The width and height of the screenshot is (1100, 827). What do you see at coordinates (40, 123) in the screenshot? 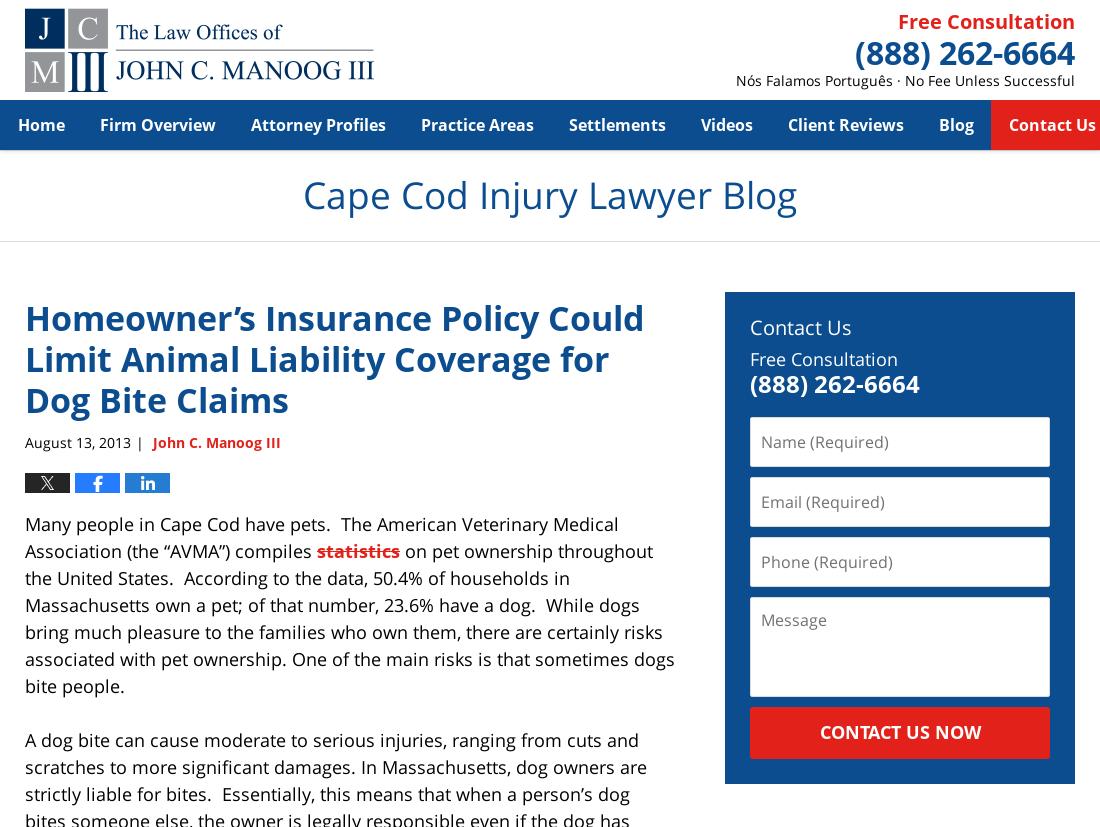
I see `'Home'` at bounding box center [40, 123].